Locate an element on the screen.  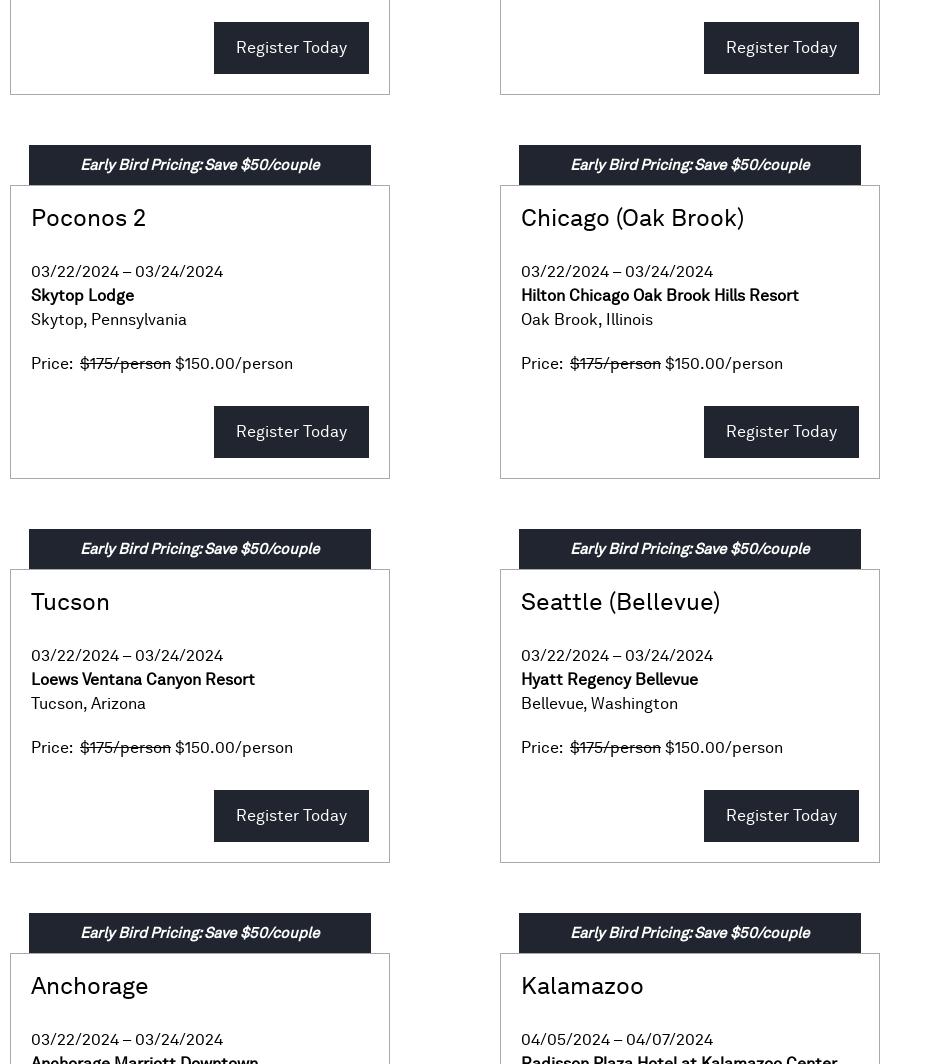
'Anchorage' is located at coordinates (30, 985).